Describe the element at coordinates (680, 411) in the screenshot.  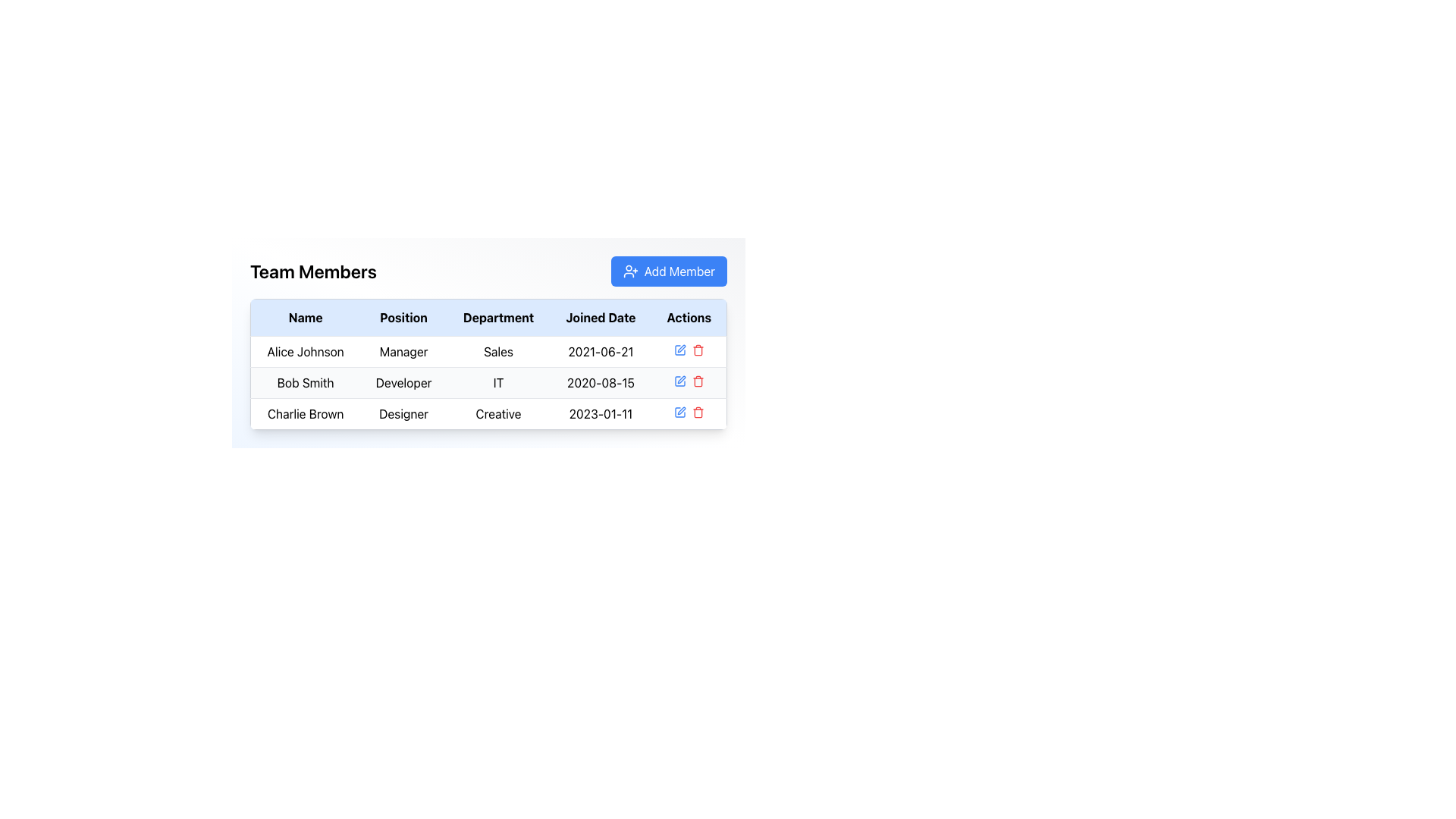
I see `the pen icon located in the 'Actions' column of the third row in the 'Team Members' table` at that location.